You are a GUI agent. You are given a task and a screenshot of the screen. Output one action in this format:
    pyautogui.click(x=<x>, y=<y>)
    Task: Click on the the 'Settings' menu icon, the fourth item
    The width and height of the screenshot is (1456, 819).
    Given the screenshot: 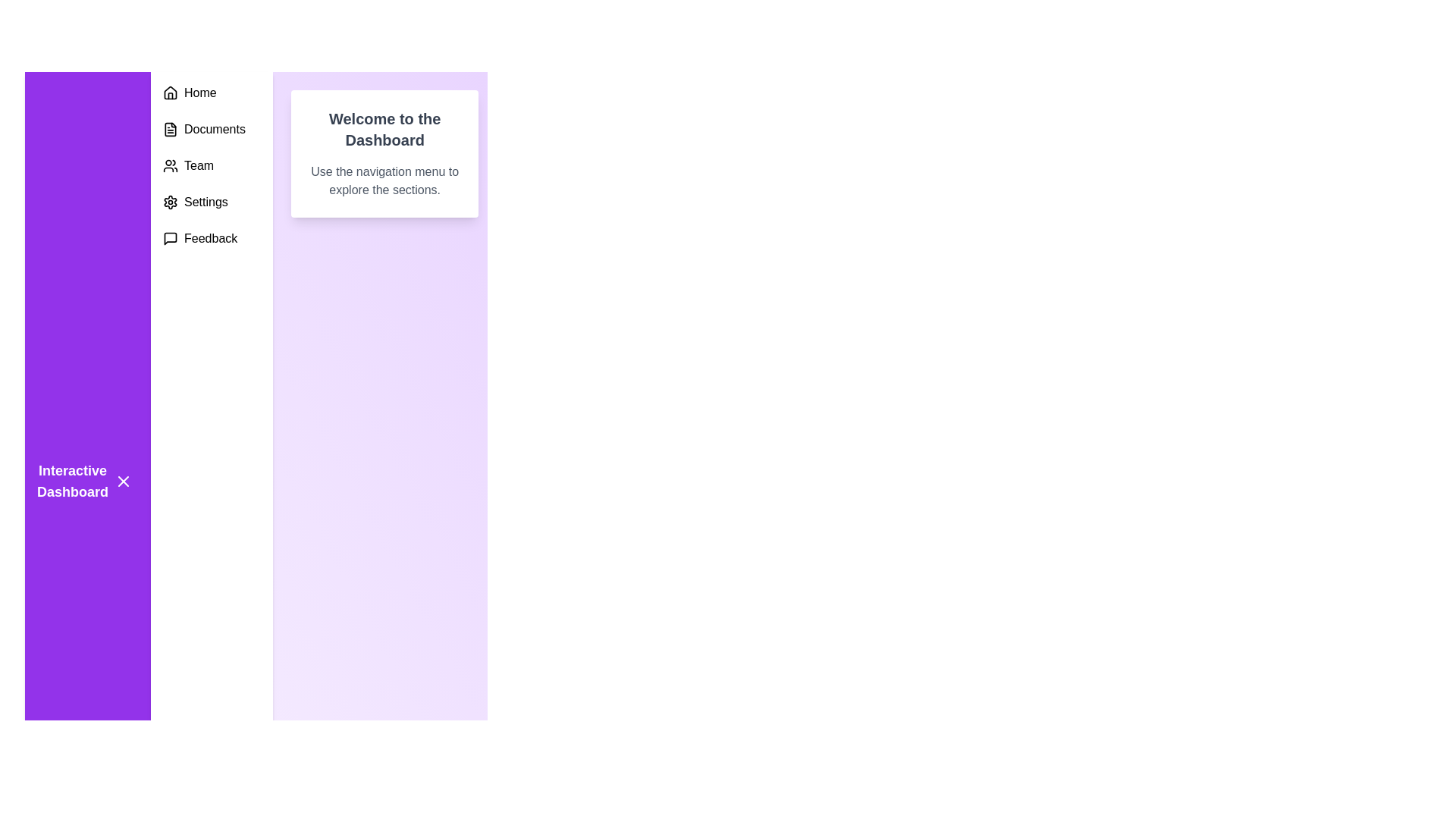 What is the action you would take?
    pyautogui.click(x=171, y=201)
    